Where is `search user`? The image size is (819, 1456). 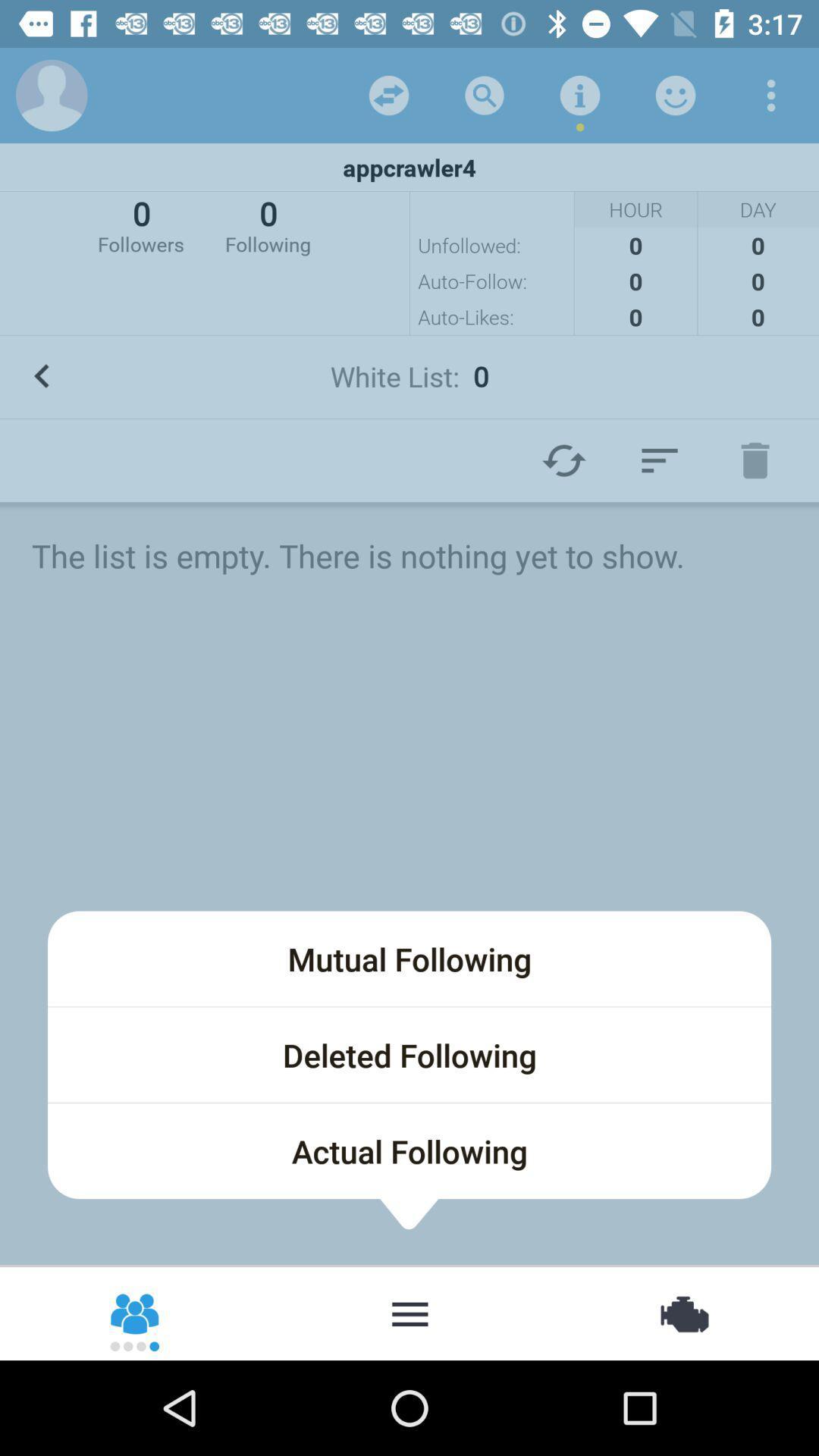 search user is located at coordinates (485, 94).